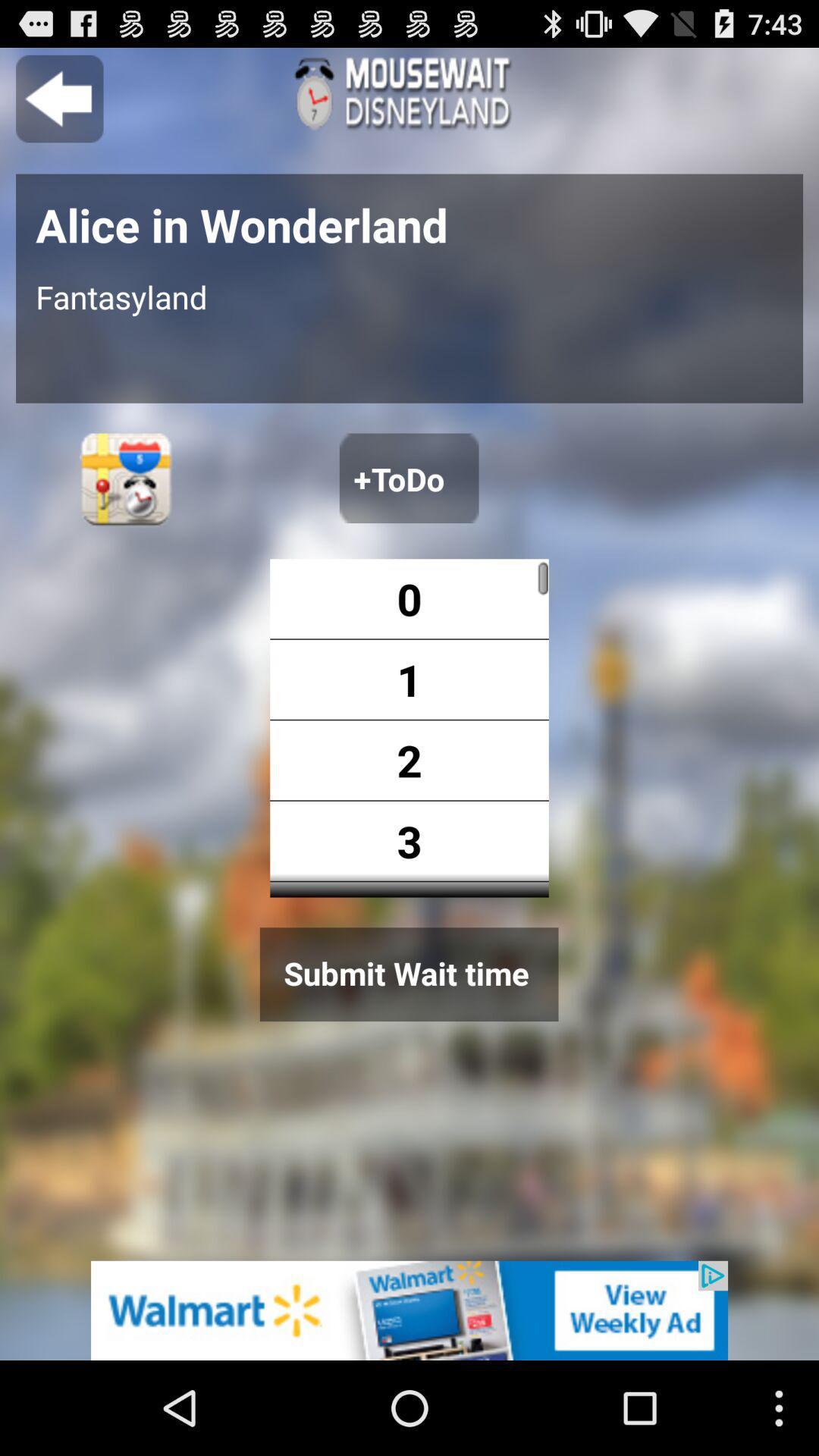 This screenshot has height=1456, width=819. I want to click on go back, so click(58, 98).